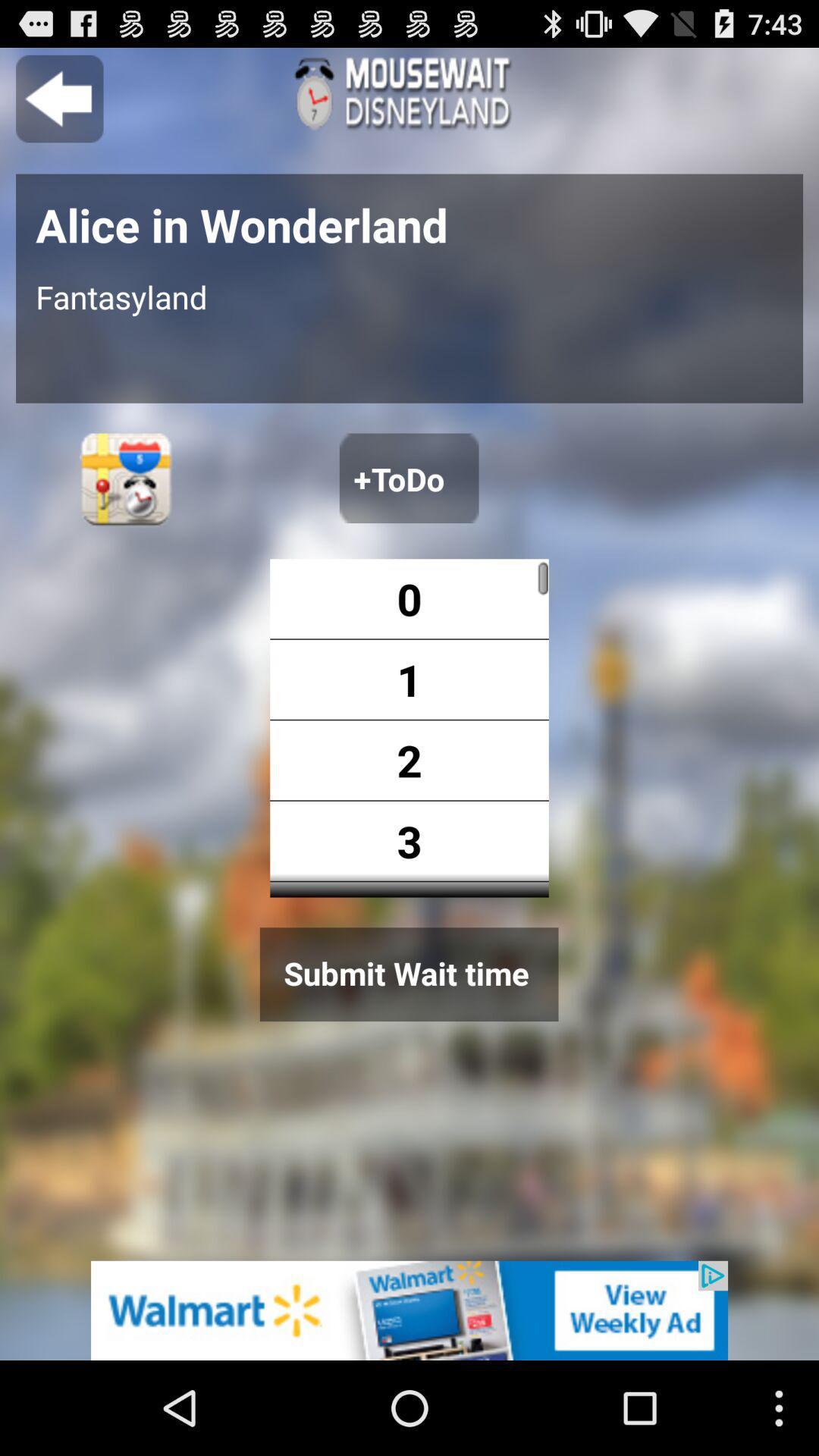 This screenshot has height=1456, width=819. I want to click on go back, so click(58, 98).